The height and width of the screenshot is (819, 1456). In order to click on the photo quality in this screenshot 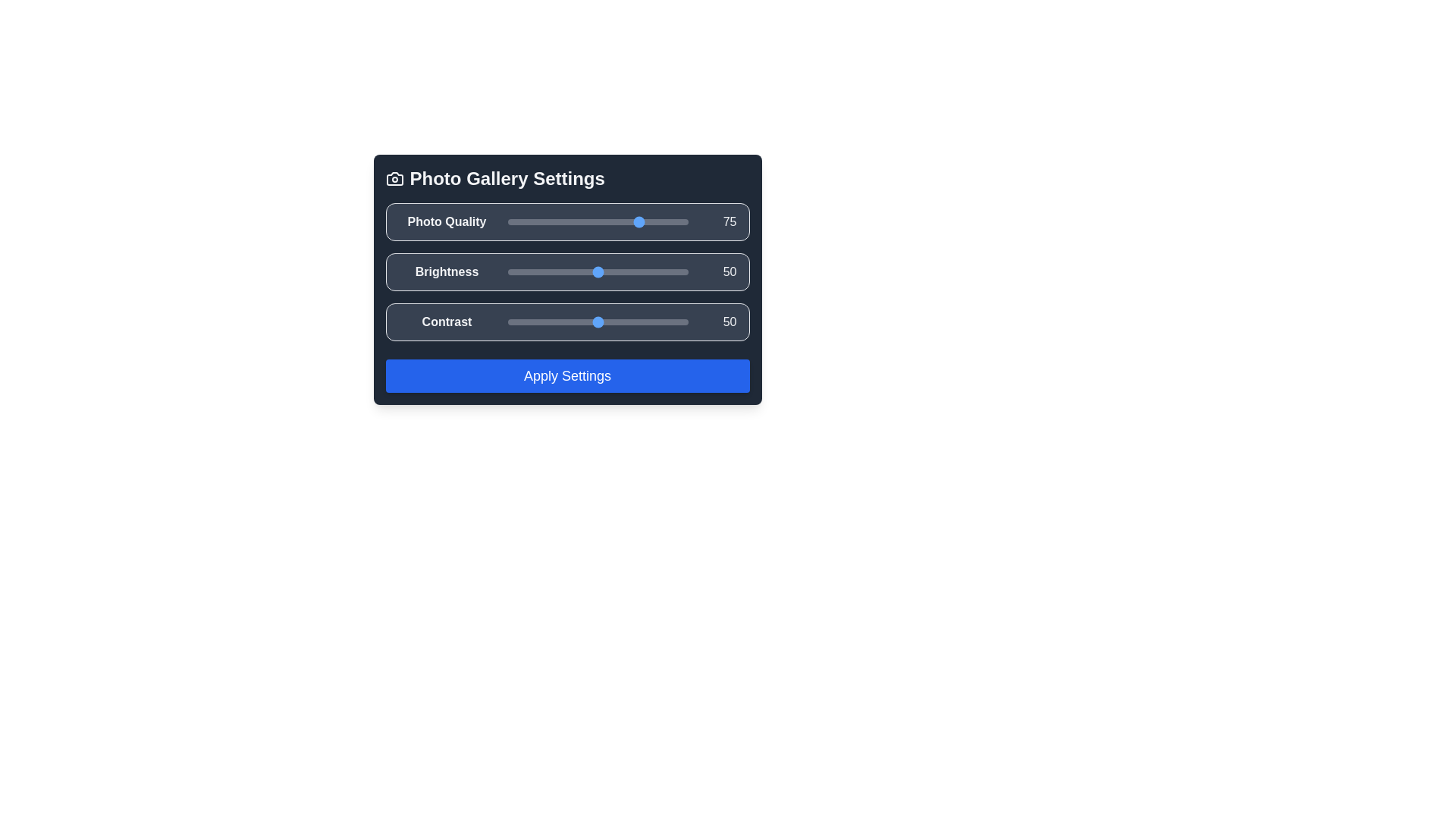, I will do `click(646, 222)`.